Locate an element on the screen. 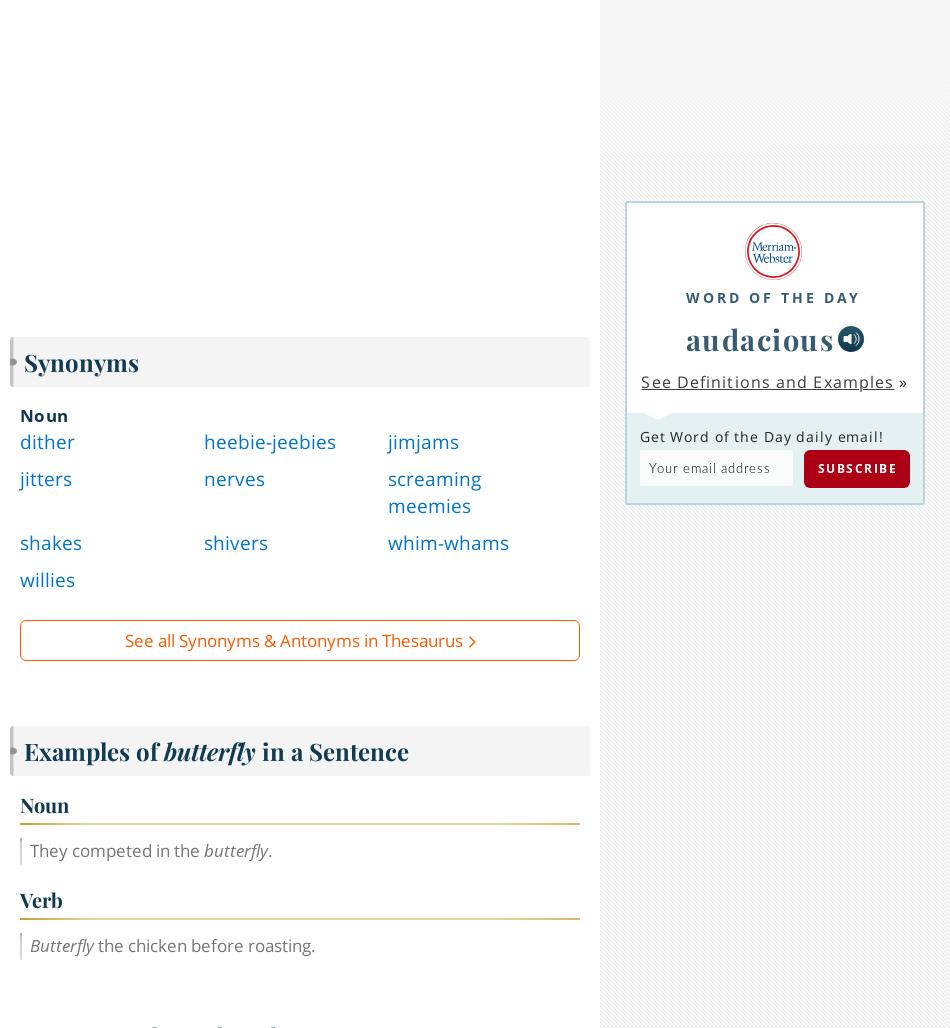 The height and width of the screenshot is (1028, 950). 'u' is located at coordinates (666, 963).